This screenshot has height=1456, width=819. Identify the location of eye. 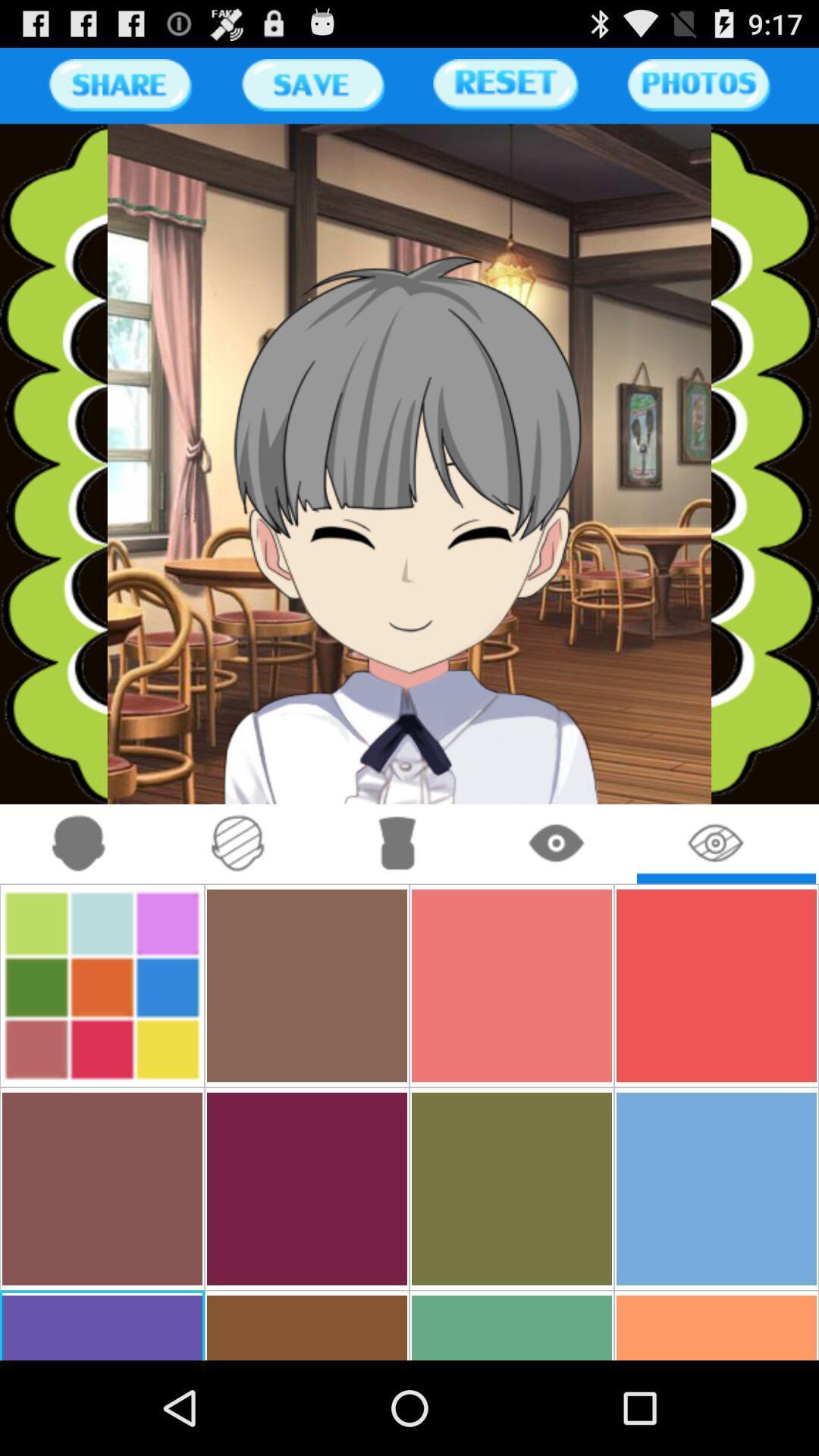
(557, 843).